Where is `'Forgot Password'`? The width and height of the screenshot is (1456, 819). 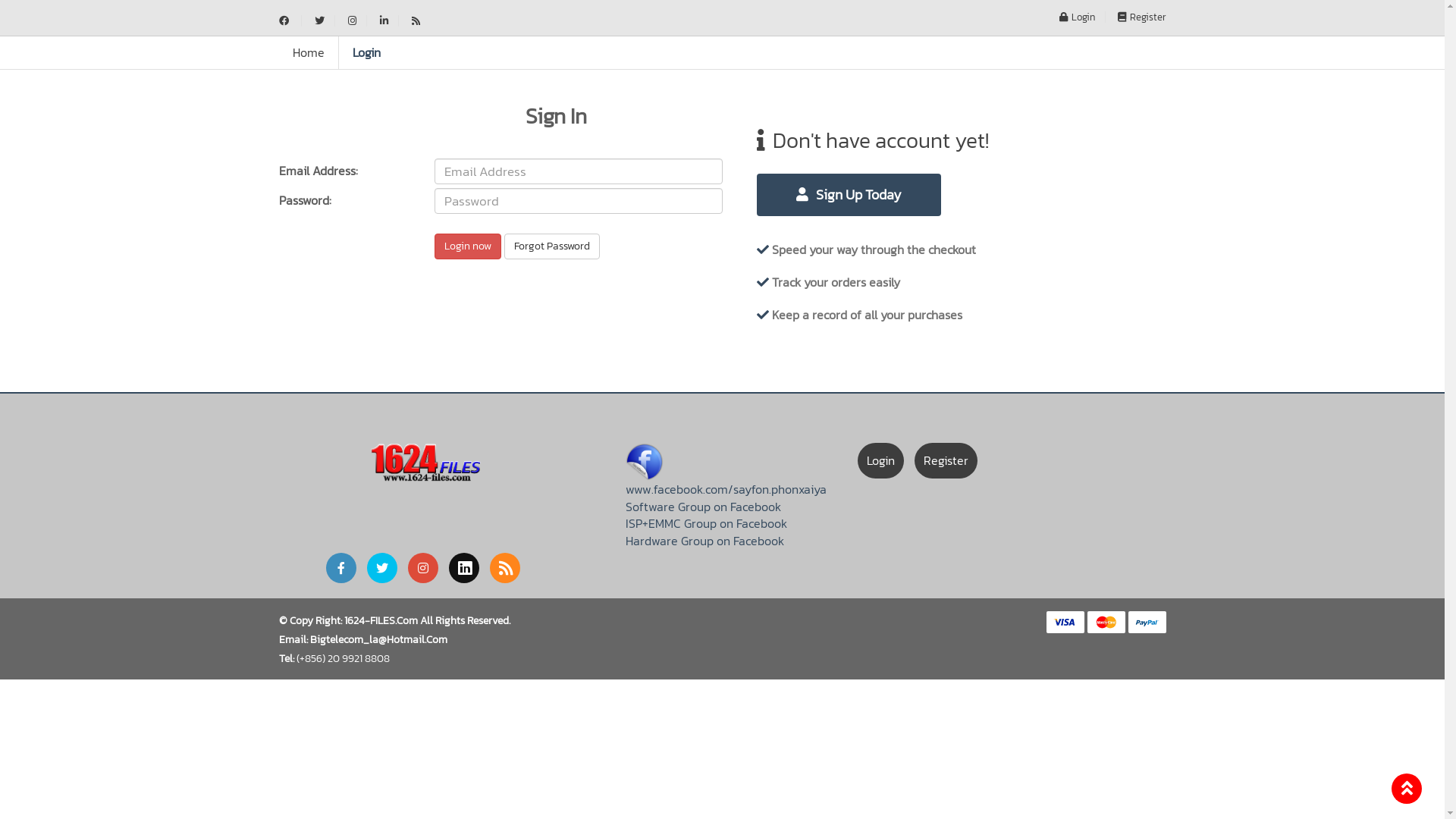
'Forgot Password' is located at coordinates (550, 245).